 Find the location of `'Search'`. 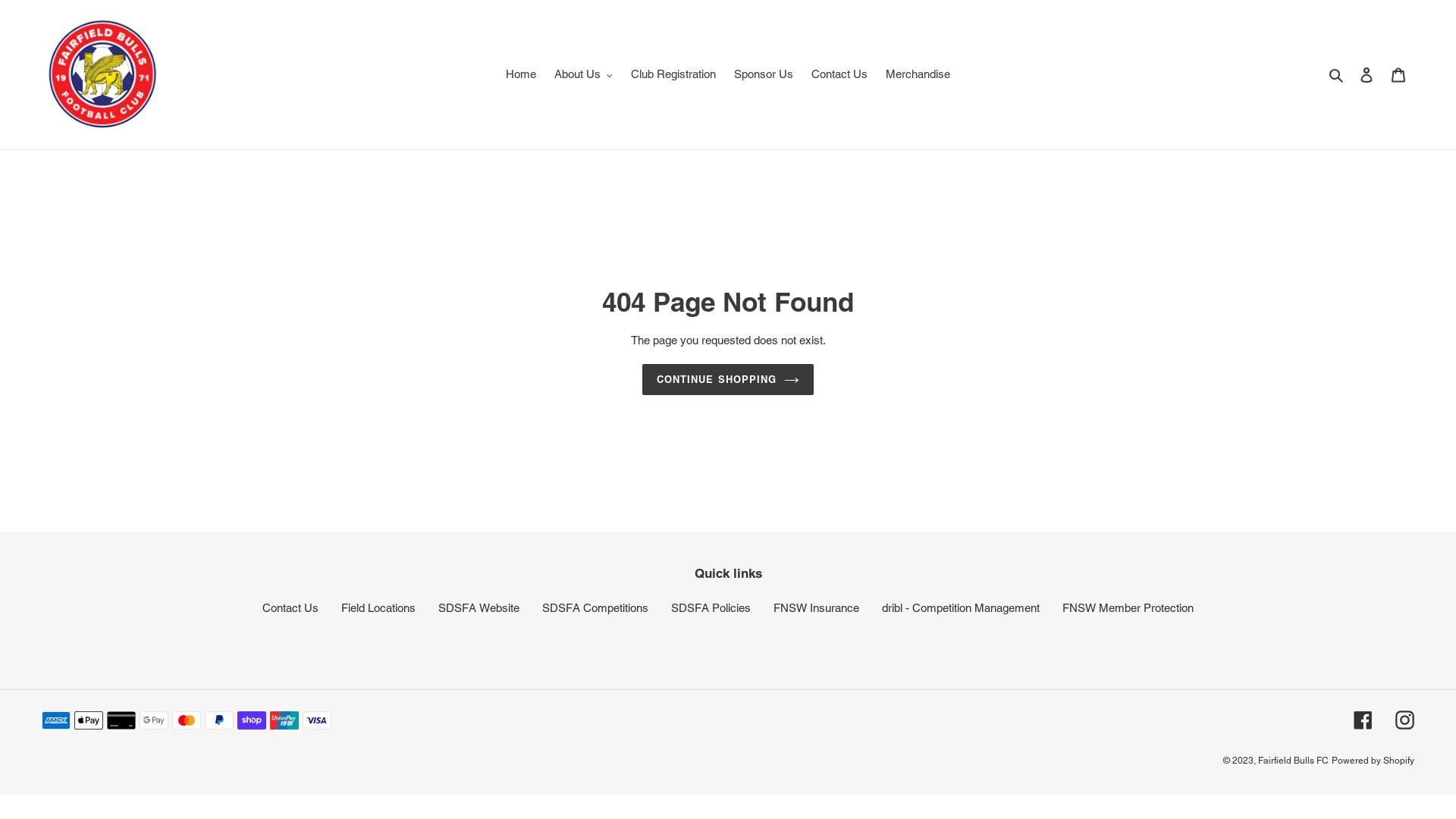

'Search' is located at coordinates (1337, 74).